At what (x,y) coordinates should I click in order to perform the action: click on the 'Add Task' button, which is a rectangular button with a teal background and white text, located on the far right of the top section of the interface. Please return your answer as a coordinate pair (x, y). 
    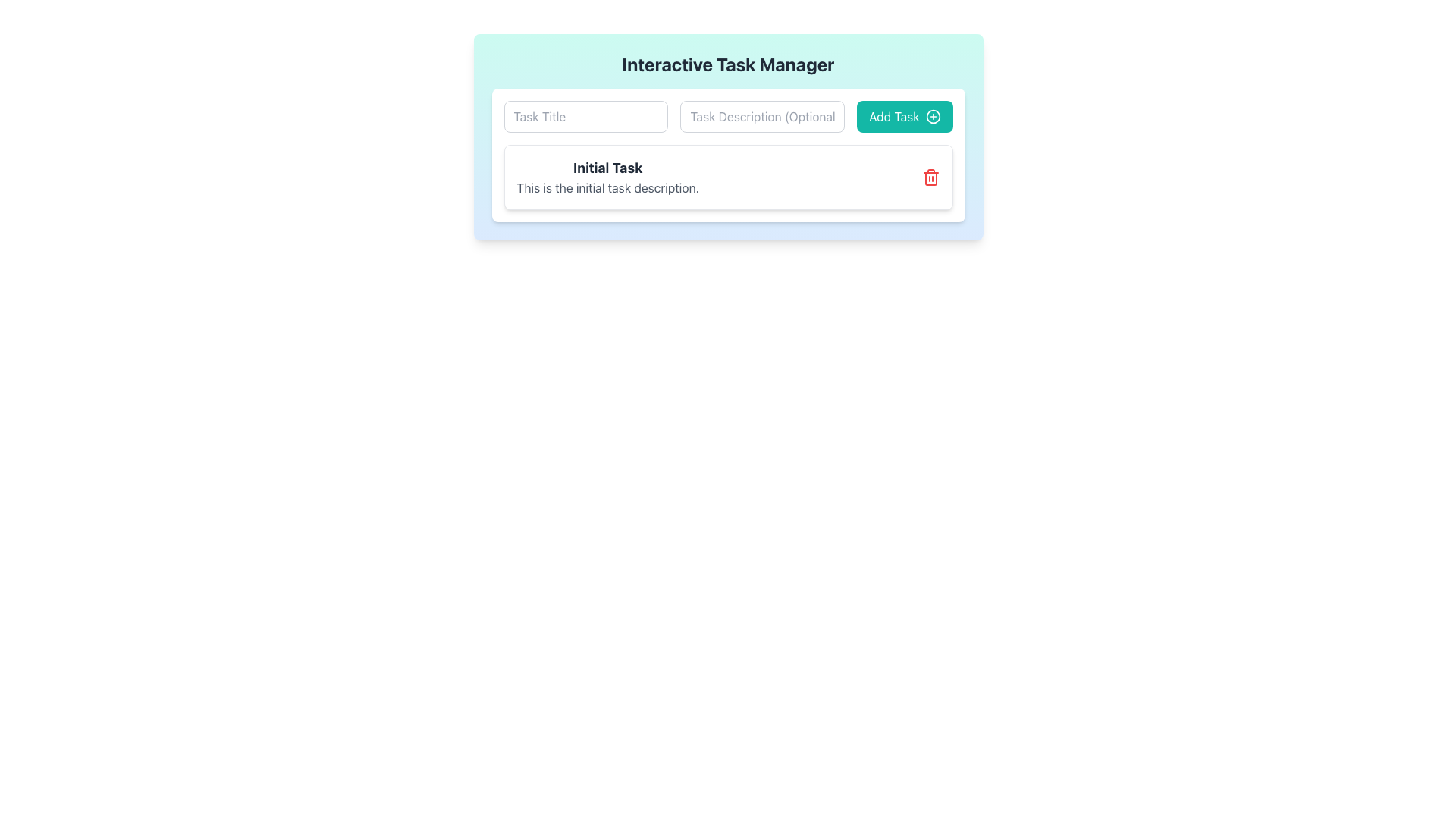
    Looking at the image, I should click on (905, 116).